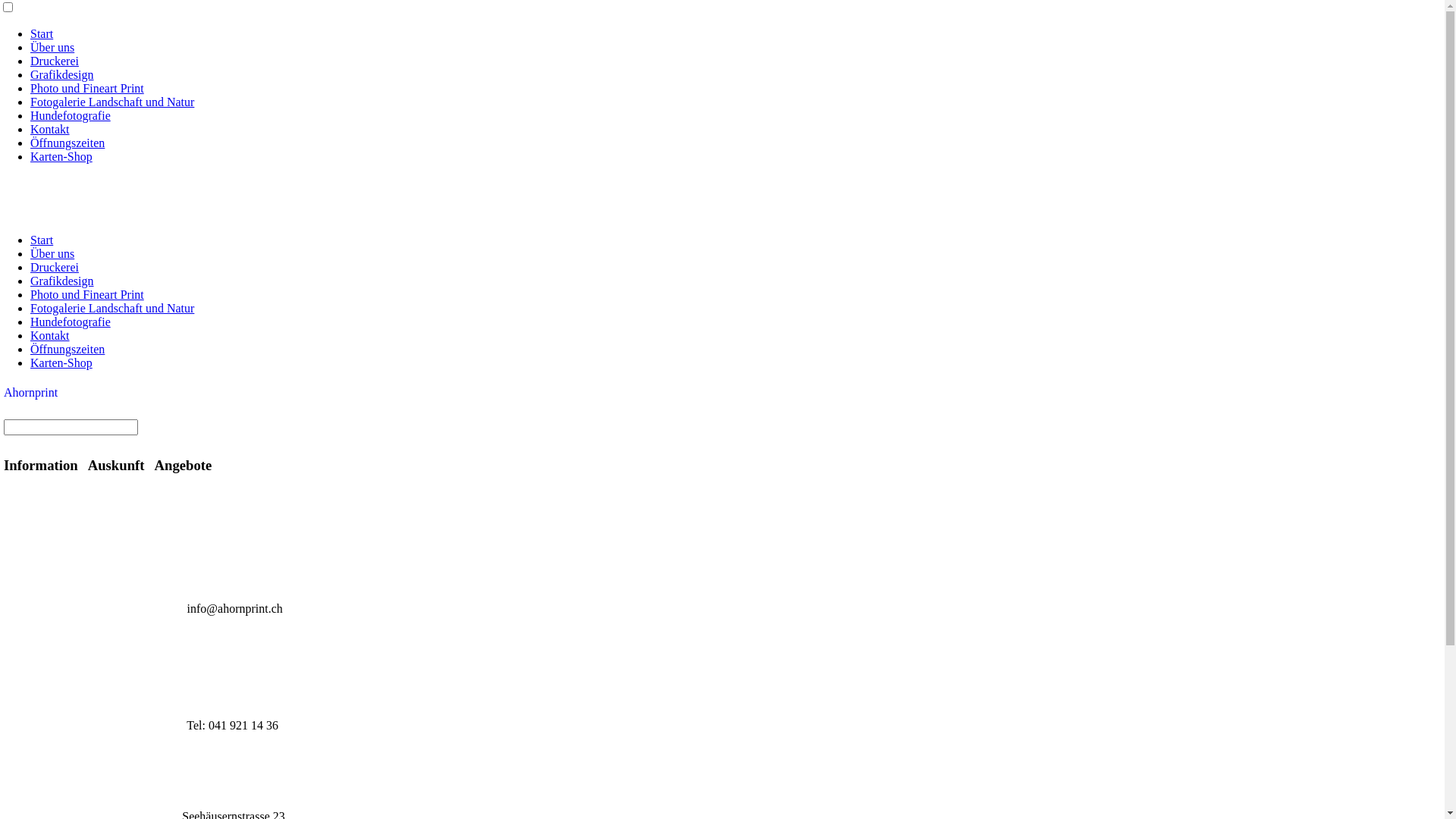 The height and width of the screenshot is (819, 1456). I want to click on 'Fotogalerie Landschaft und Natur', so click(30, 307).